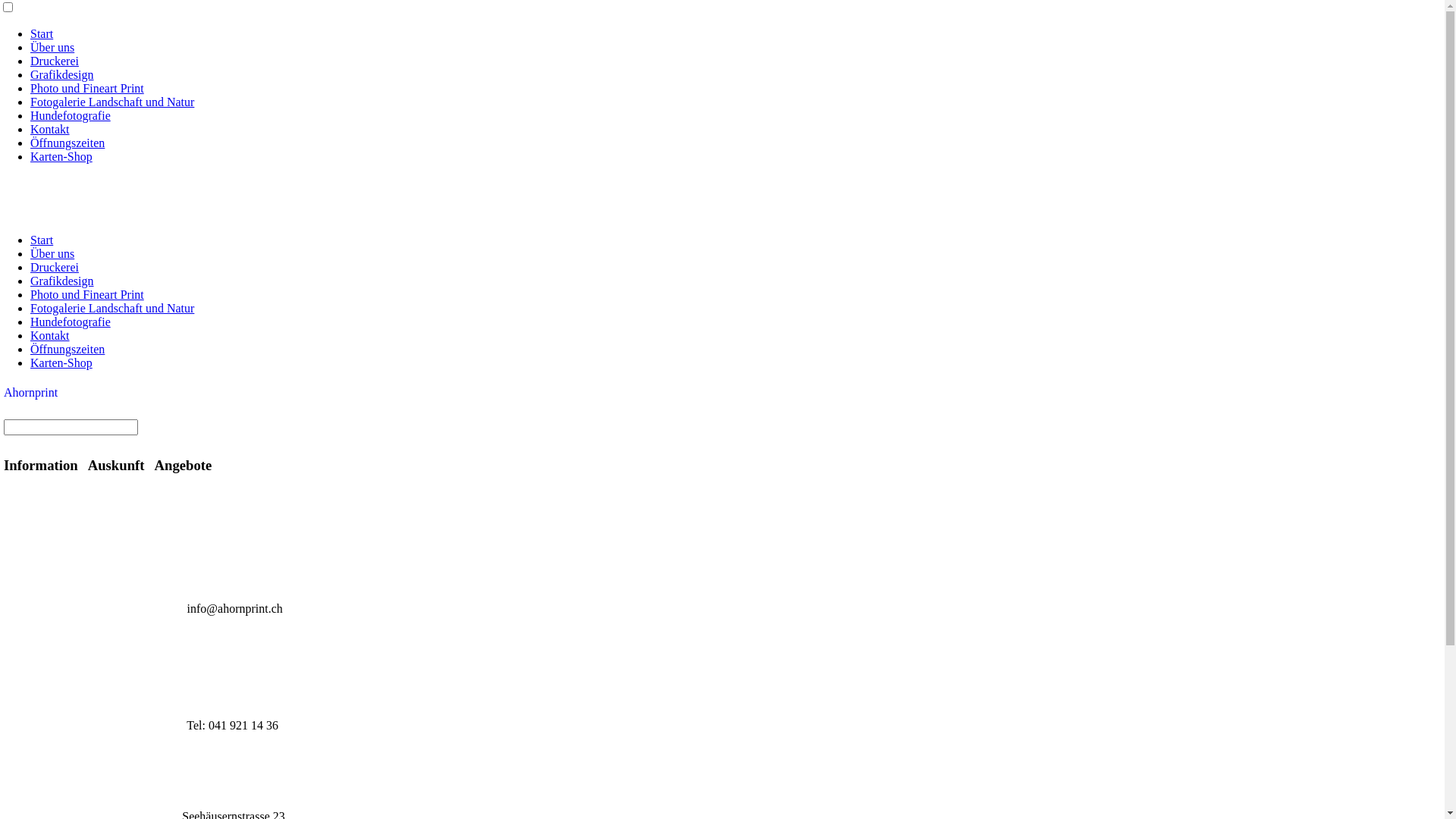 The height and width of the screenshot is (819, 1456). I want to click on 'Fotogalerie Landschaft und Natur', so click(30, 307).